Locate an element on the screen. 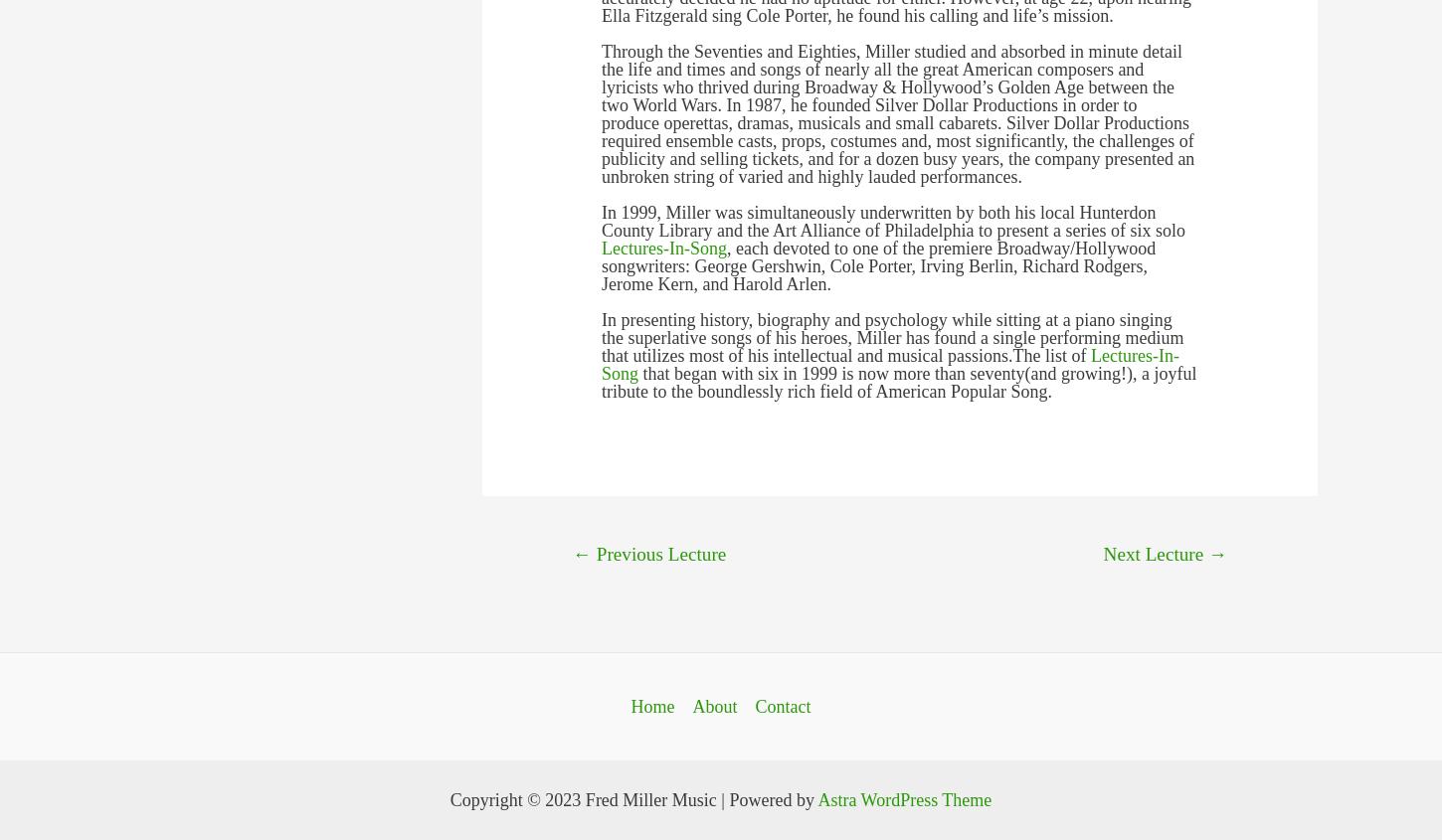 The height and width of the screenshot is (840, 1442). 'Previous Lecture' is located at coordinates (591, 553).